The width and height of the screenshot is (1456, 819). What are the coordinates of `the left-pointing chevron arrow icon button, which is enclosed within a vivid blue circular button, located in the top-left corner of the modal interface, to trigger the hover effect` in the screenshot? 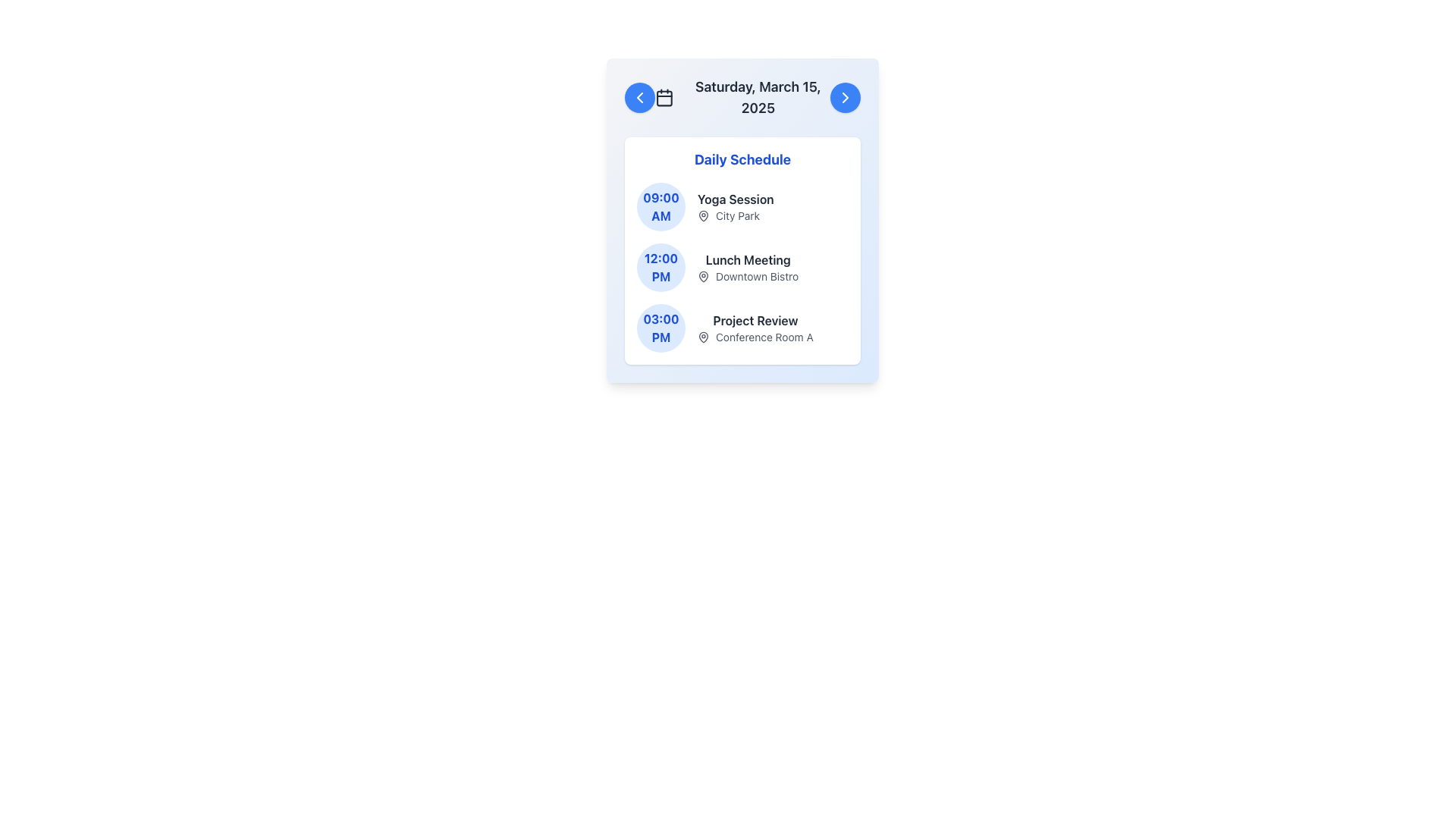 It's located at (640, 97).